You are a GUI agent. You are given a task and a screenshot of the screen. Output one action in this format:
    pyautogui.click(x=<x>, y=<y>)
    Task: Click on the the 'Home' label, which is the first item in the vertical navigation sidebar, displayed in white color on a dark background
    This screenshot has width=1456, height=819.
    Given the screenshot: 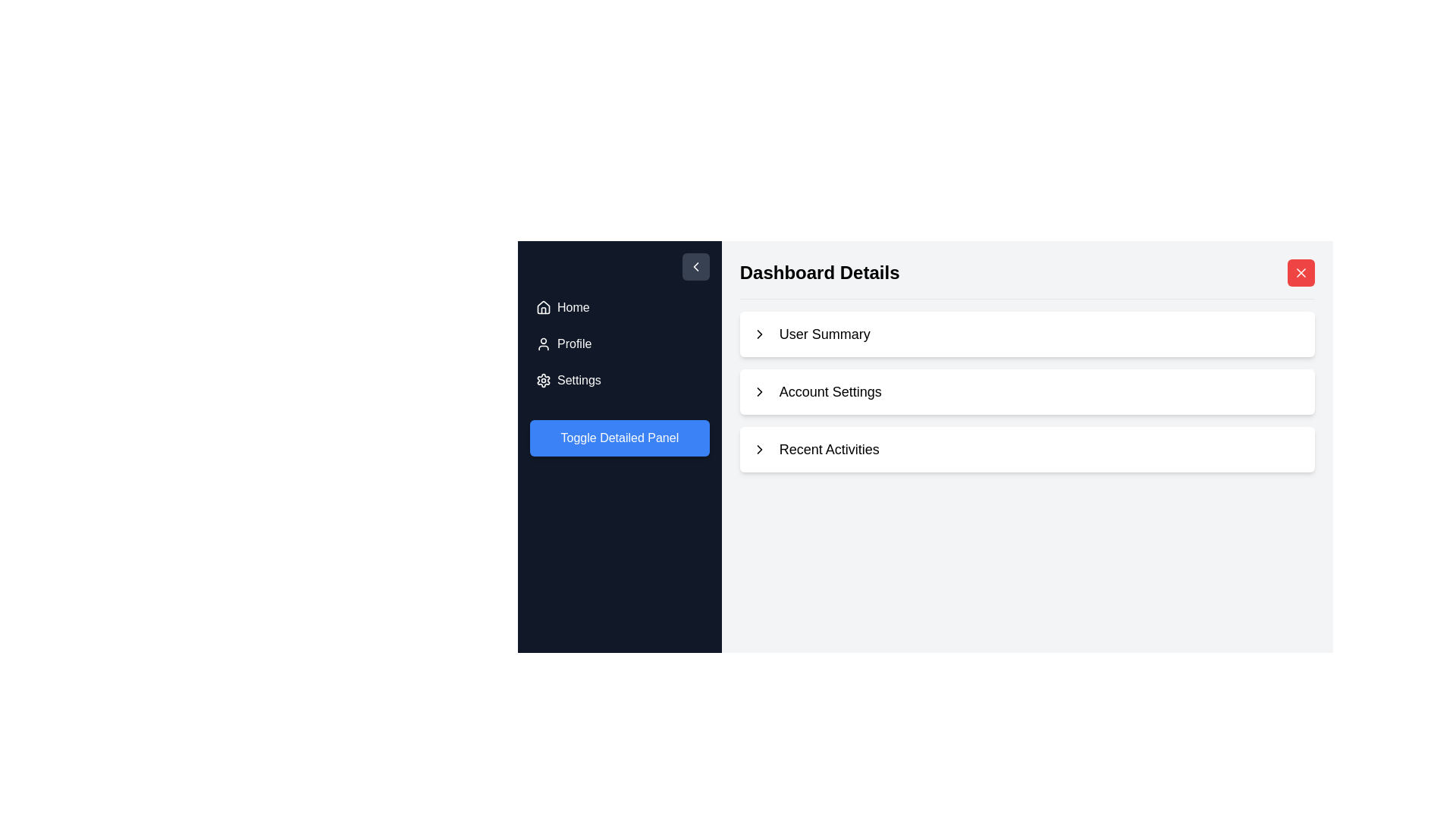 What is the action you would take?
    pyautogui.click(x=573, y=307)
    